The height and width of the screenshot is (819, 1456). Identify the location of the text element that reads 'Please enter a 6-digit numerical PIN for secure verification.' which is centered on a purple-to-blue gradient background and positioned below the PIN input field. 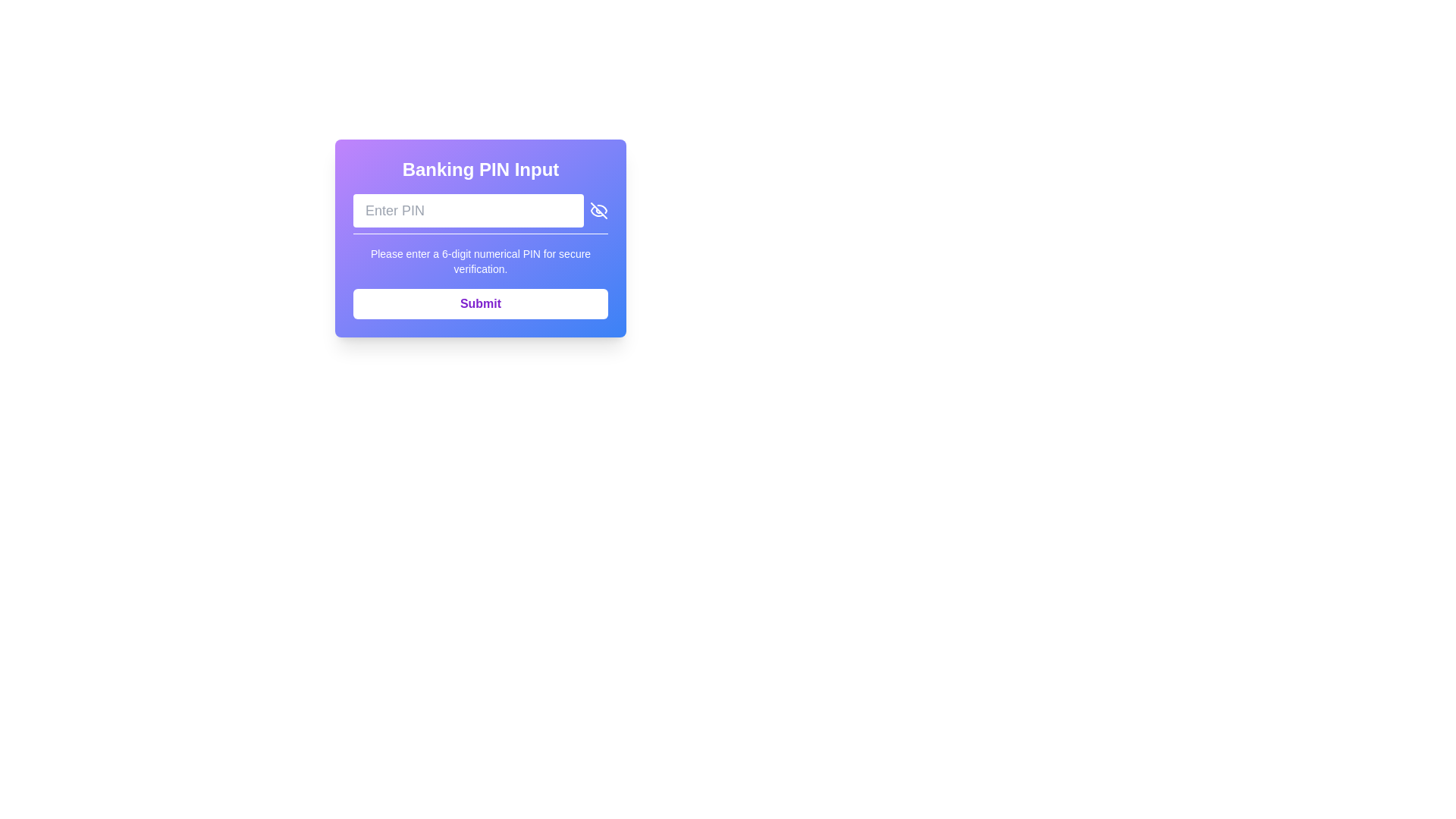
(479, 260).